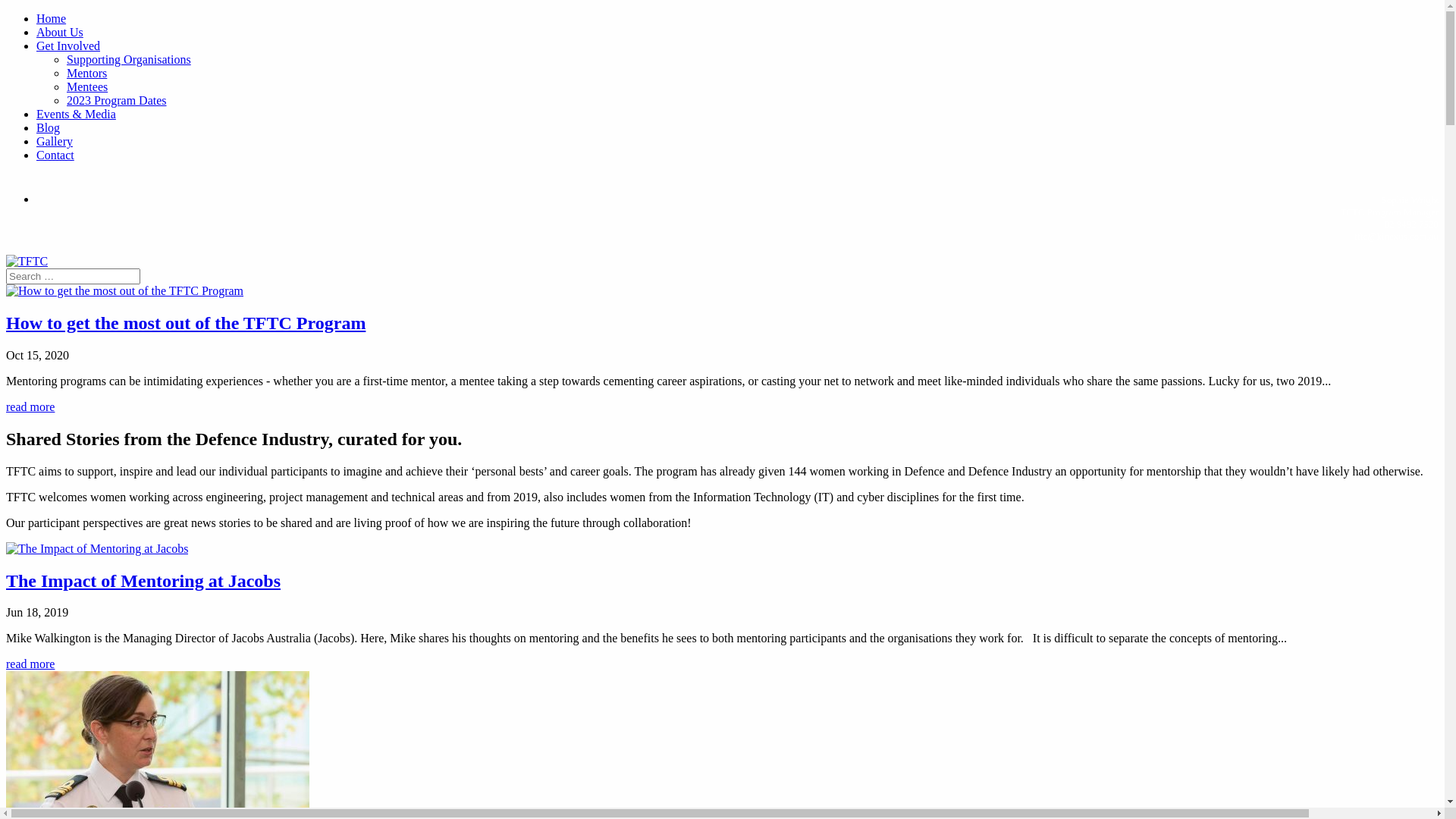  I want to click on 'Search for:', so click(72, 276).